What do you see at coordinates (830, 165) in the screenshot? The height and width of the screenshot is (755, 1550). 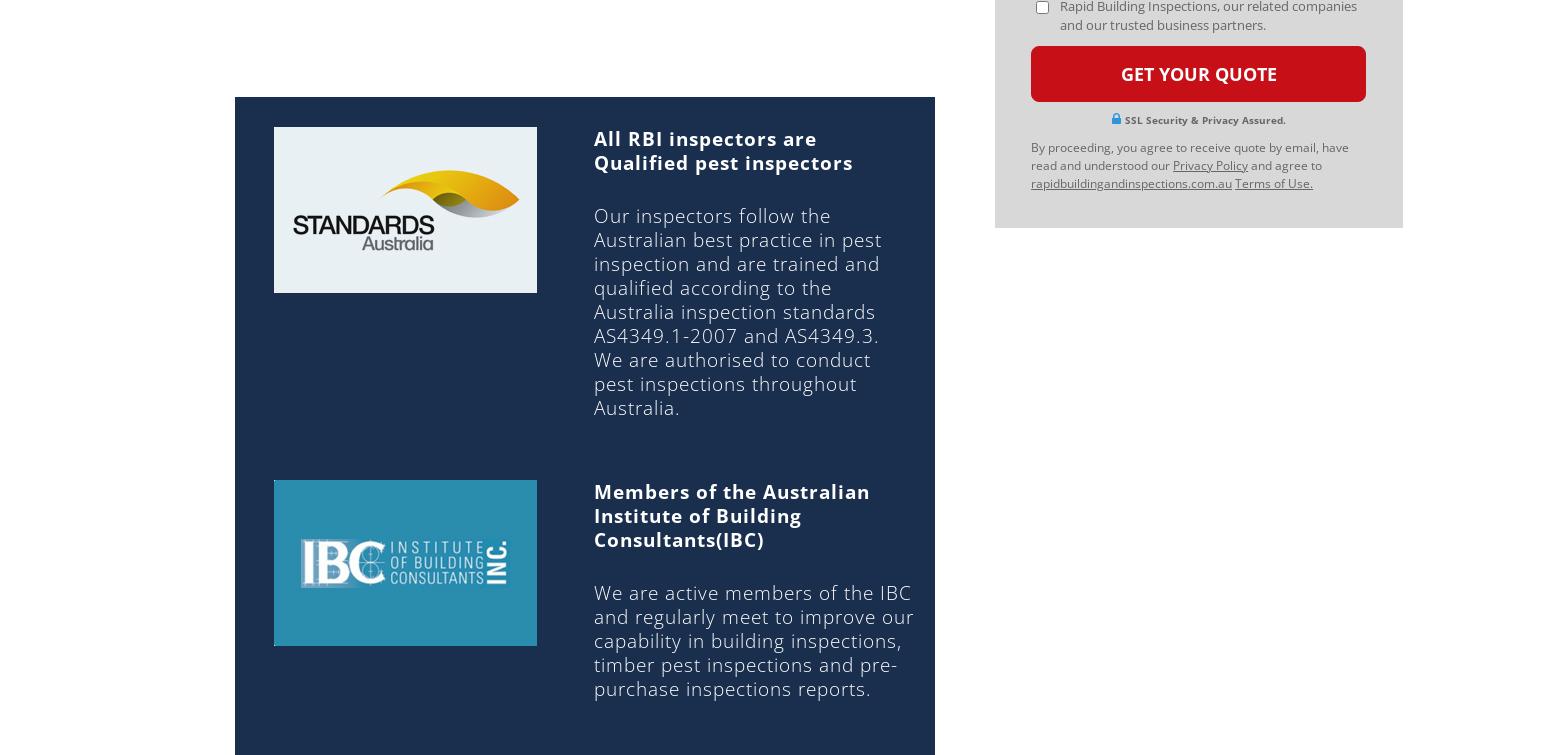 I see `'LIVERPOOL'` at bounding box center [830, 165].